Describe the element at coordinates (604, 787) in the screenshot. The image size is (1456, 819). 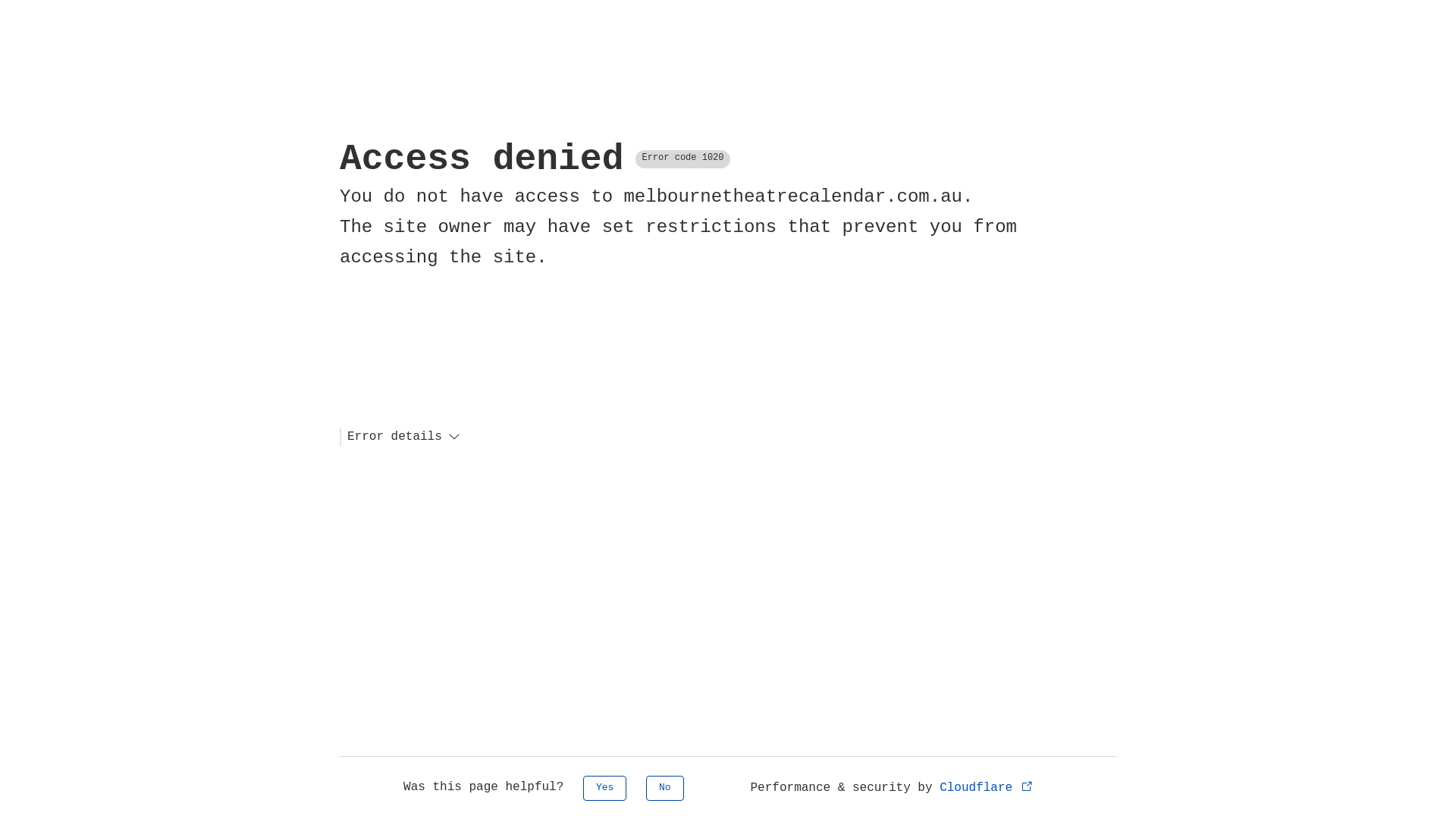
I see `'Yes'` at that location.